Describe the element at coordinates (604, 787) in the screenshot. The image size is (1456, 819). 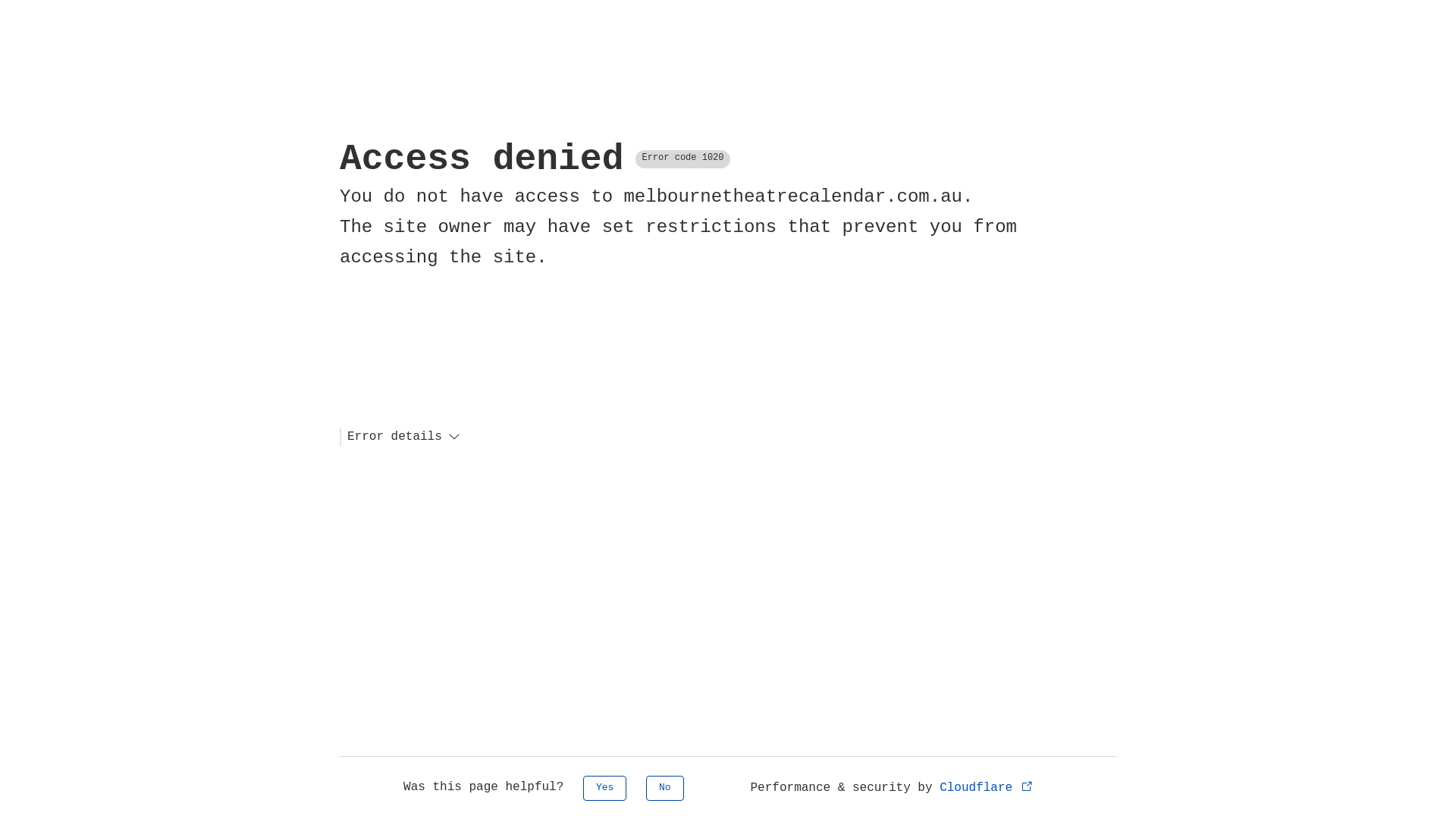
I see `'Yes'` at that location.